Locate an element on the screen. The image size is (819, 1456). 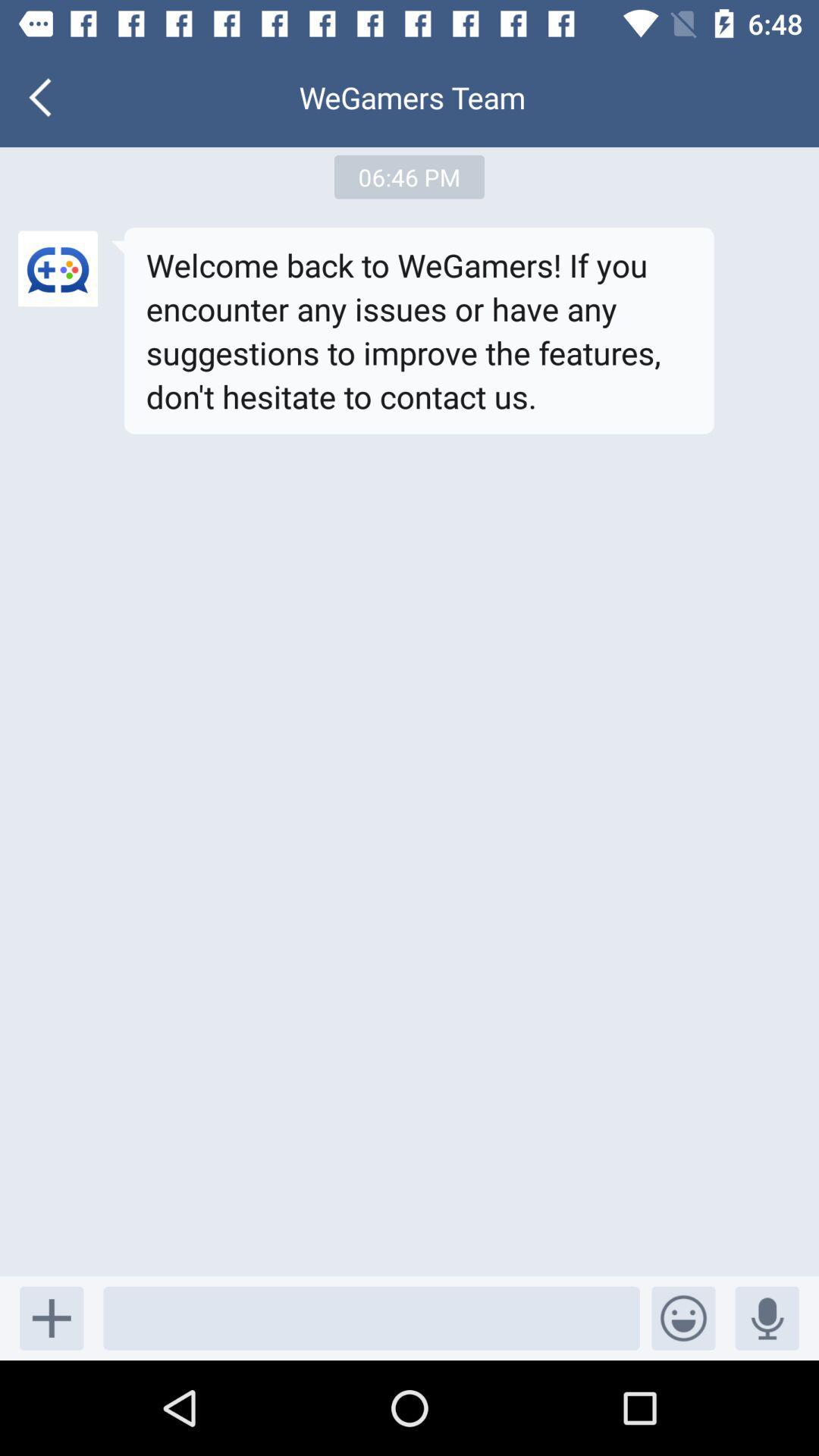
the add icon is located at coordinates (51, 1317).